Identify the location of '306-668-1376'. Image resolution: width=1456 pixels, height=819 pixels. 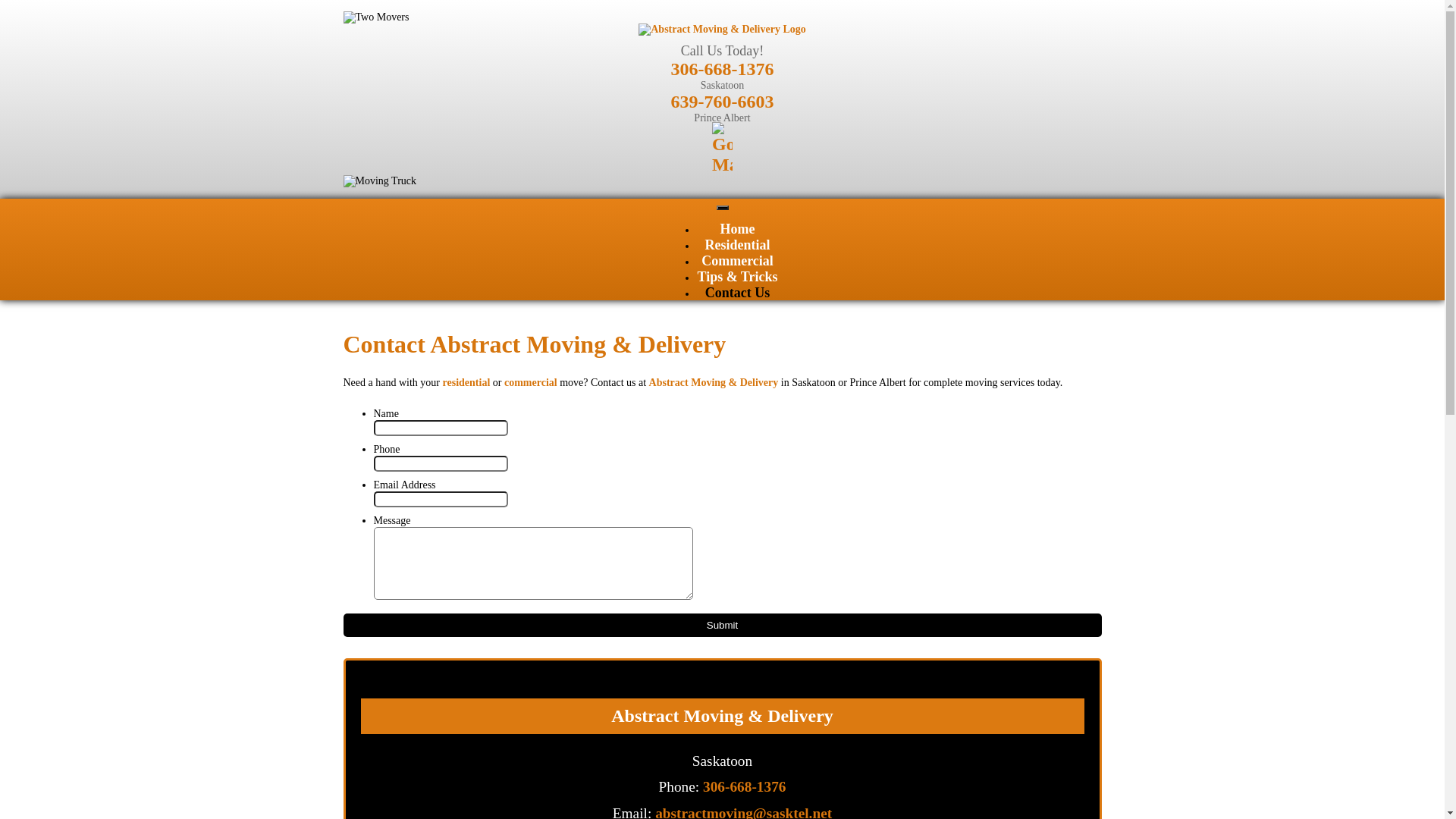
(669, 69).